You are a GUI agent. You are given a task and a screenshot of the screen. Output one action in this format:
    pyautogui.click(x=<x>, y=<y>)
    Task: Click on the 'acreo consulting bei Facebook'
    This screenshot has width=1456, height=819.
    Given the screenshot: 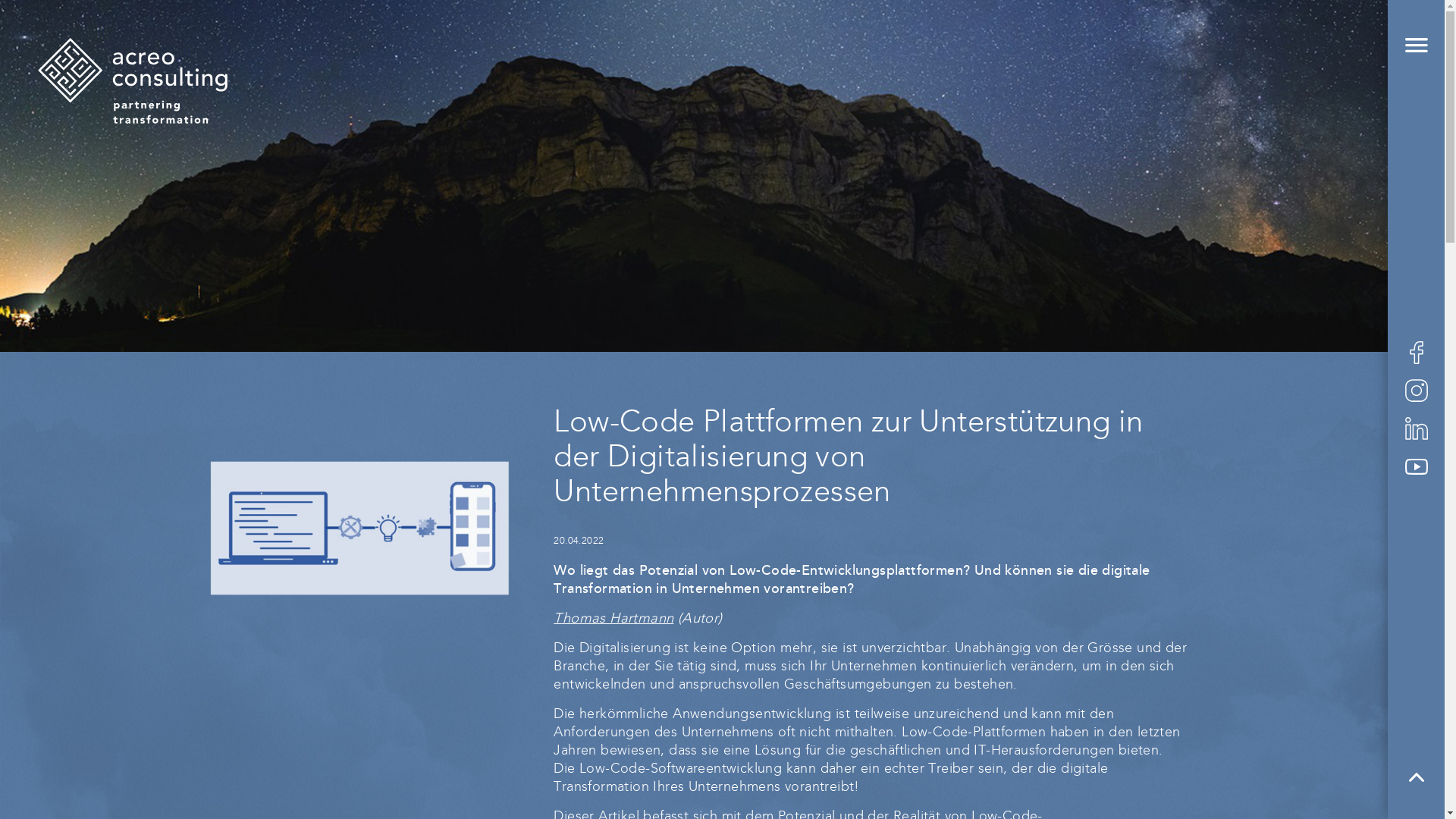 What is the action you would take?
    pyautogui.click(x=1415, y=353)
    